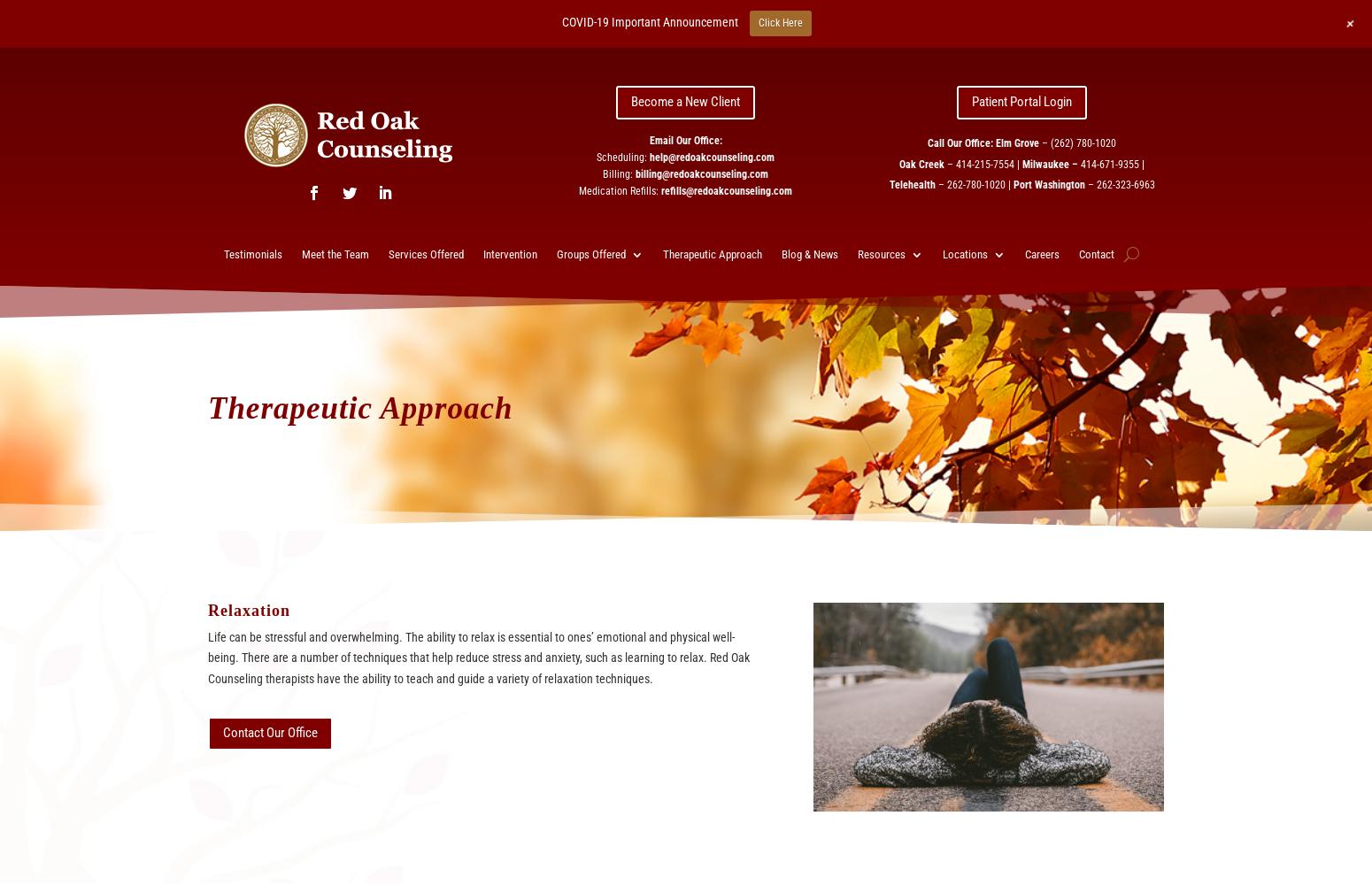 The image size is (1372, 885). What do you see at coordinates (978, 184) in the screenshot?
I see `'262-780-1020 |'` at bounding box center [978, 184].